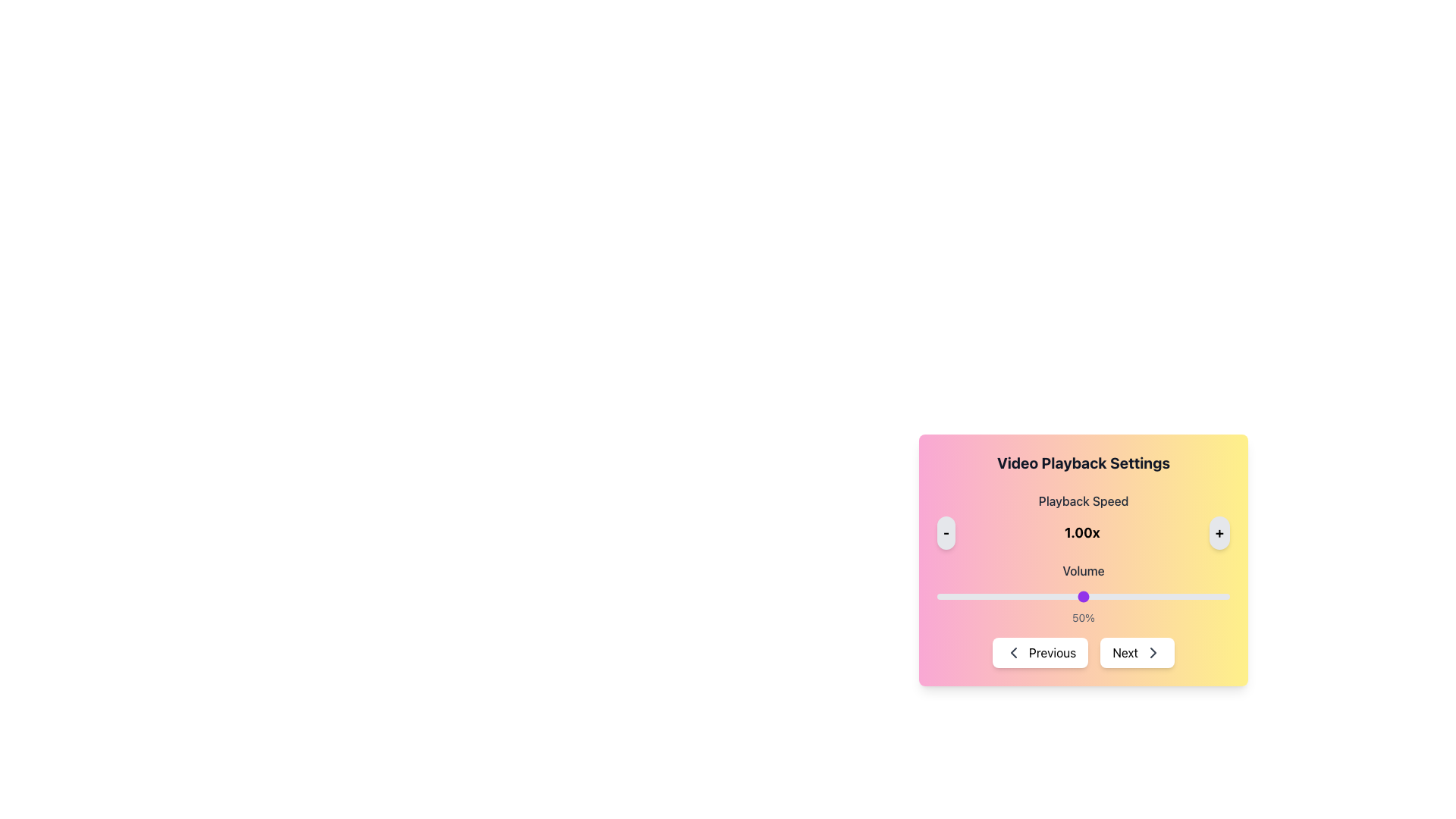 The width and height of the screenshot is (1456, 819). Describe the element at coordinates (1014, 651) in the screenshot. I see `the backward navigation icon located to the left of the text 'Previous' in the button labeled 'Previous' within the 'Video Playback Settings' panel` at that location.